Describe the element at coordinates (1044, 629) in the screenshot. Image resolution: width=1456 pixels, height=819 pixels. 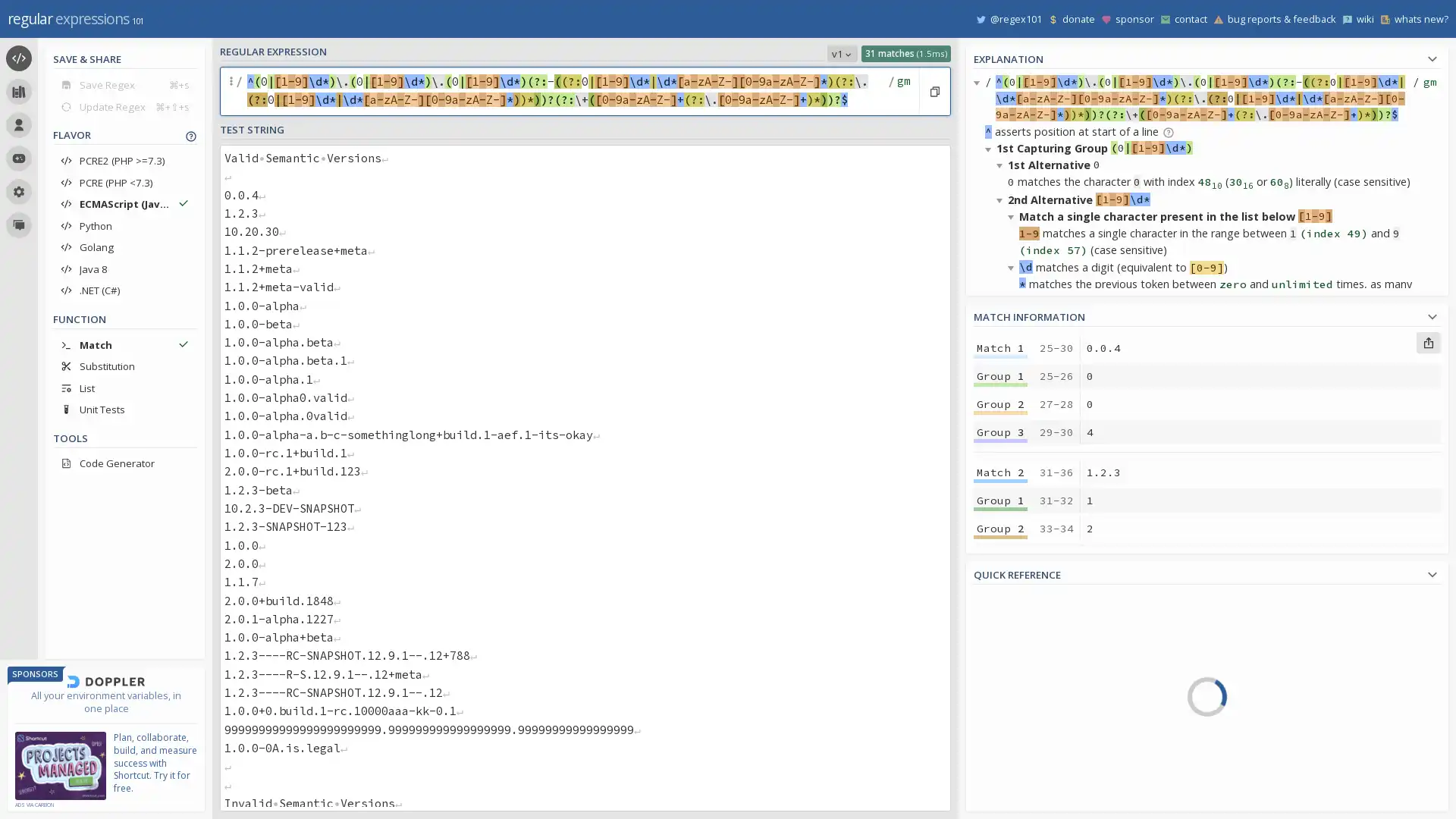
I see `All Tokens` at that location.